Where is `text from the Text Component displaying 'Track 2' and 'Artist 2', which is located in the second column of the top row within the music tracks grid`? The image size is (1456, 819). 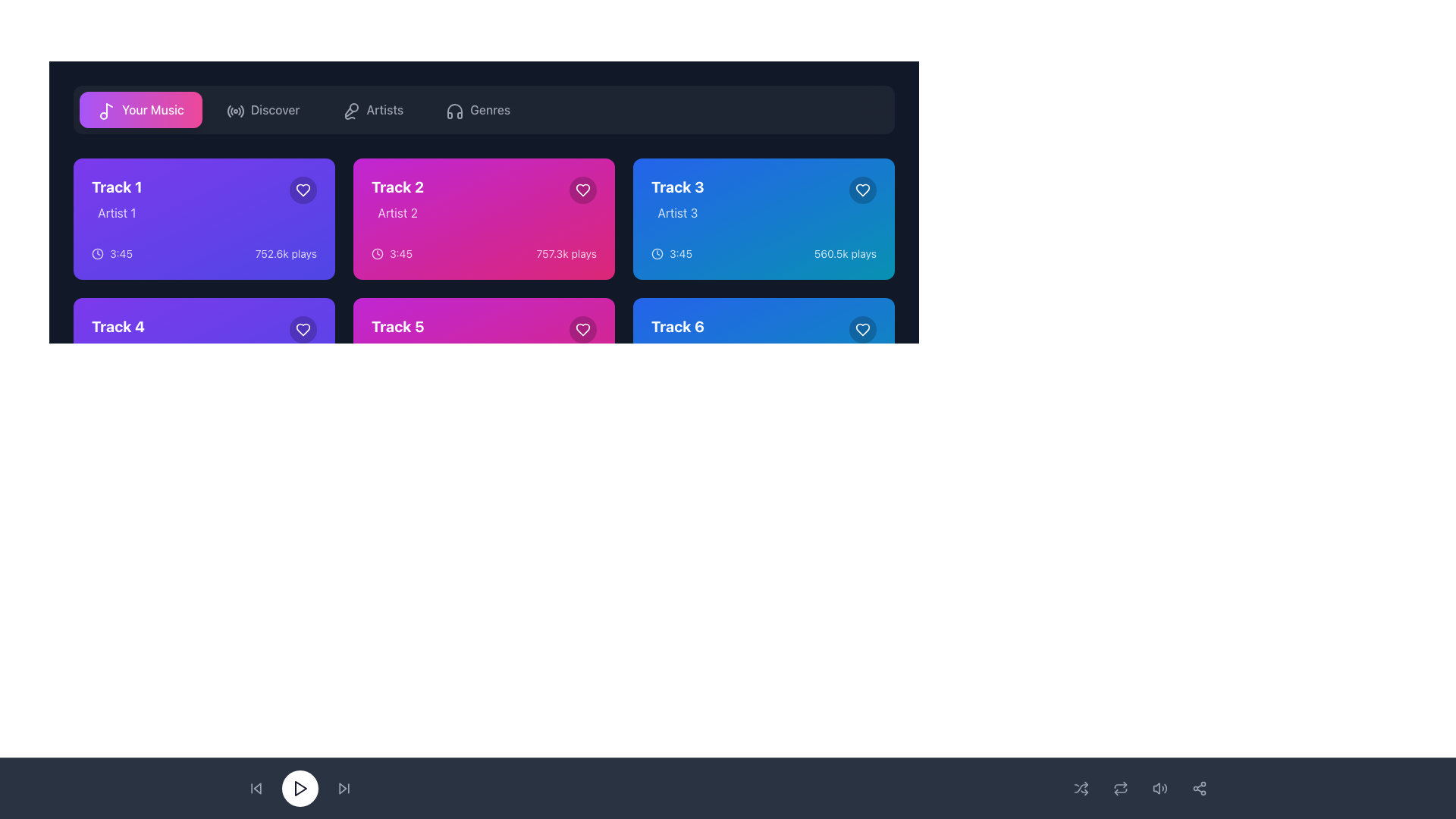 text from the Text Component displaying 'Track 2' and 'Artist 2', which is located in the second column of the top row within the music tracks grid is located at coordinates (397, 198).